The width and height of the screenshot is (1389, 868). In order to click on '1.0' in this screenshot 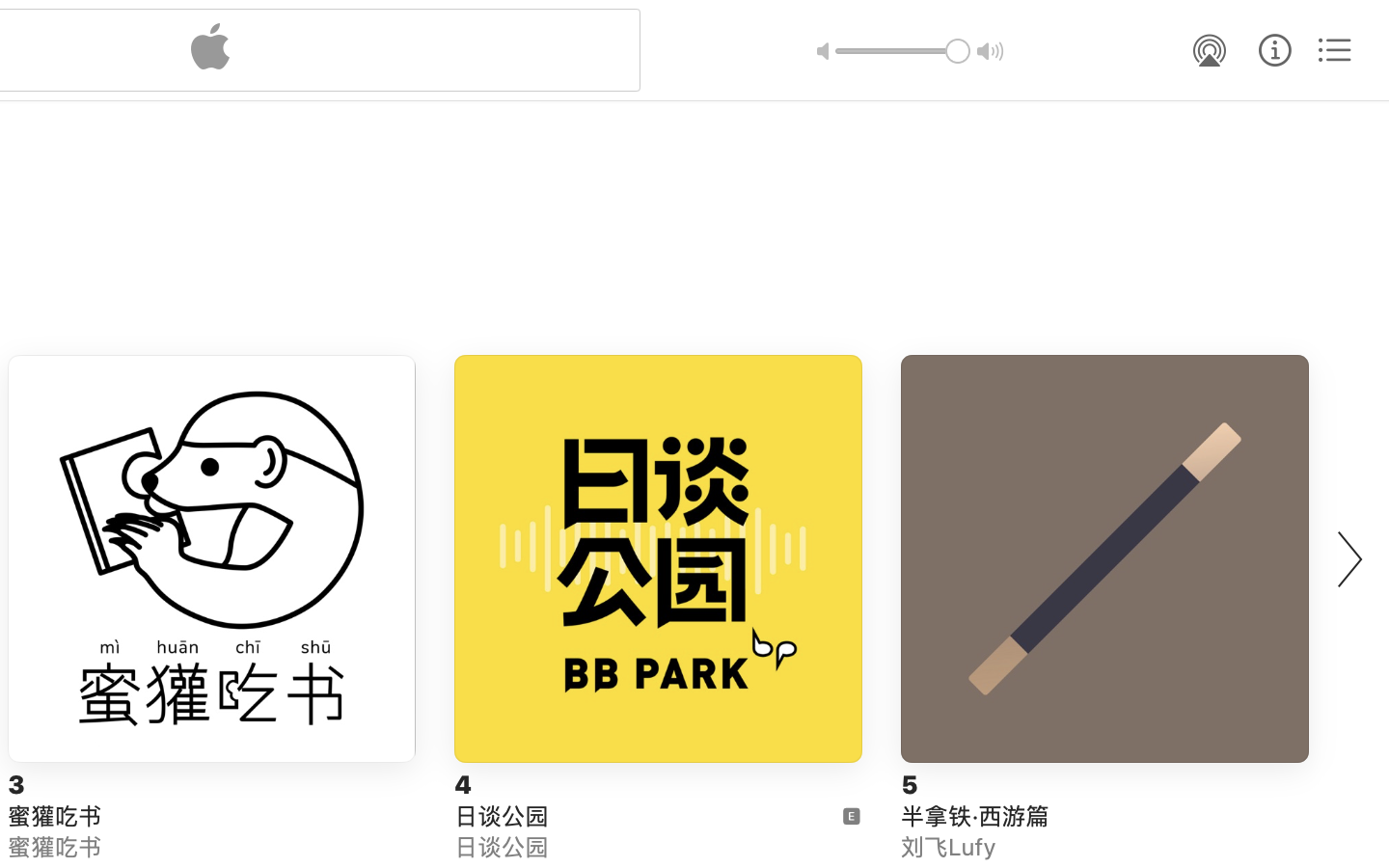, I will do `click(903, 50)`.